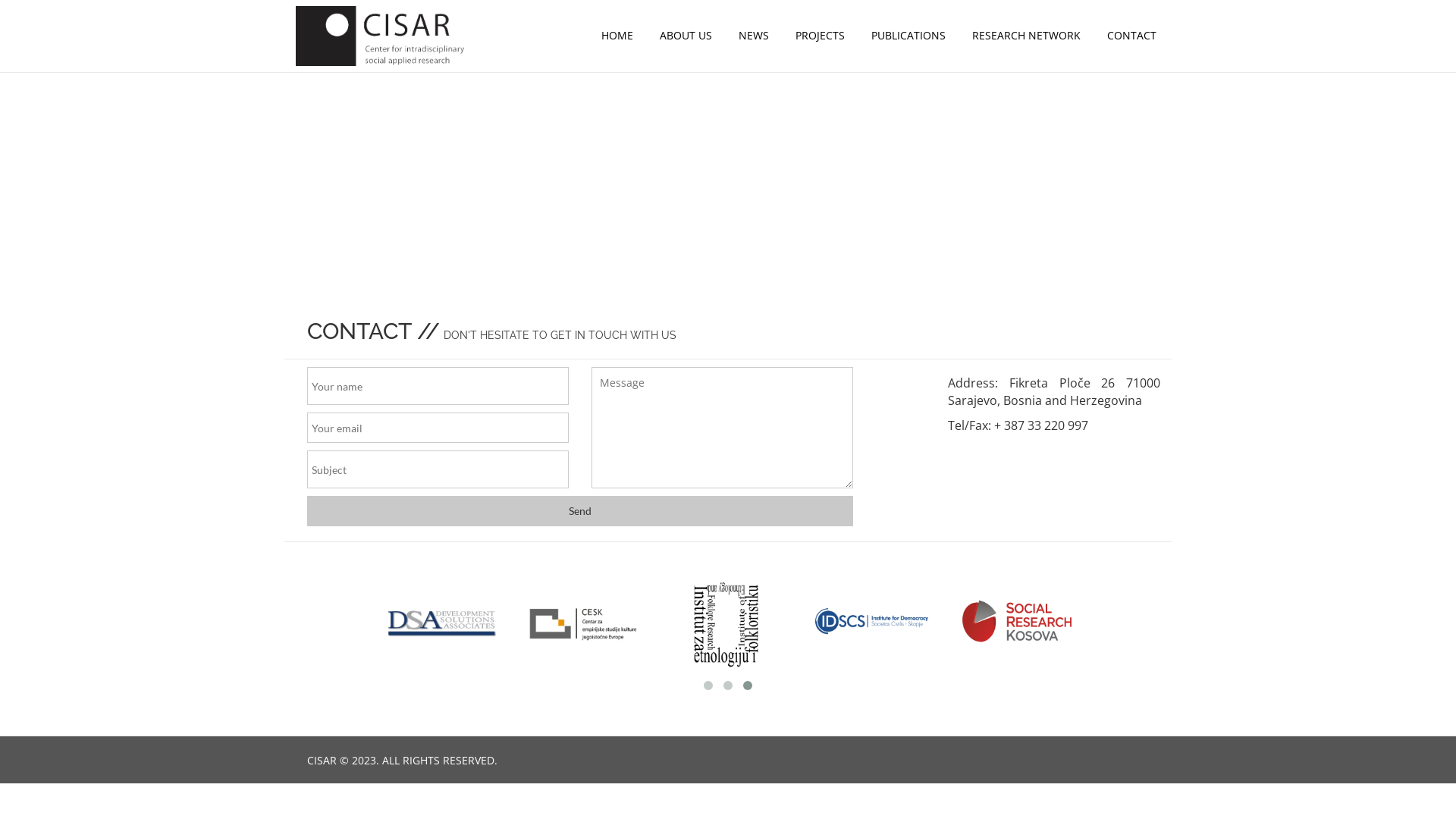  I want to click on 'RESEARCH NETWORK', so click(1026, 34).